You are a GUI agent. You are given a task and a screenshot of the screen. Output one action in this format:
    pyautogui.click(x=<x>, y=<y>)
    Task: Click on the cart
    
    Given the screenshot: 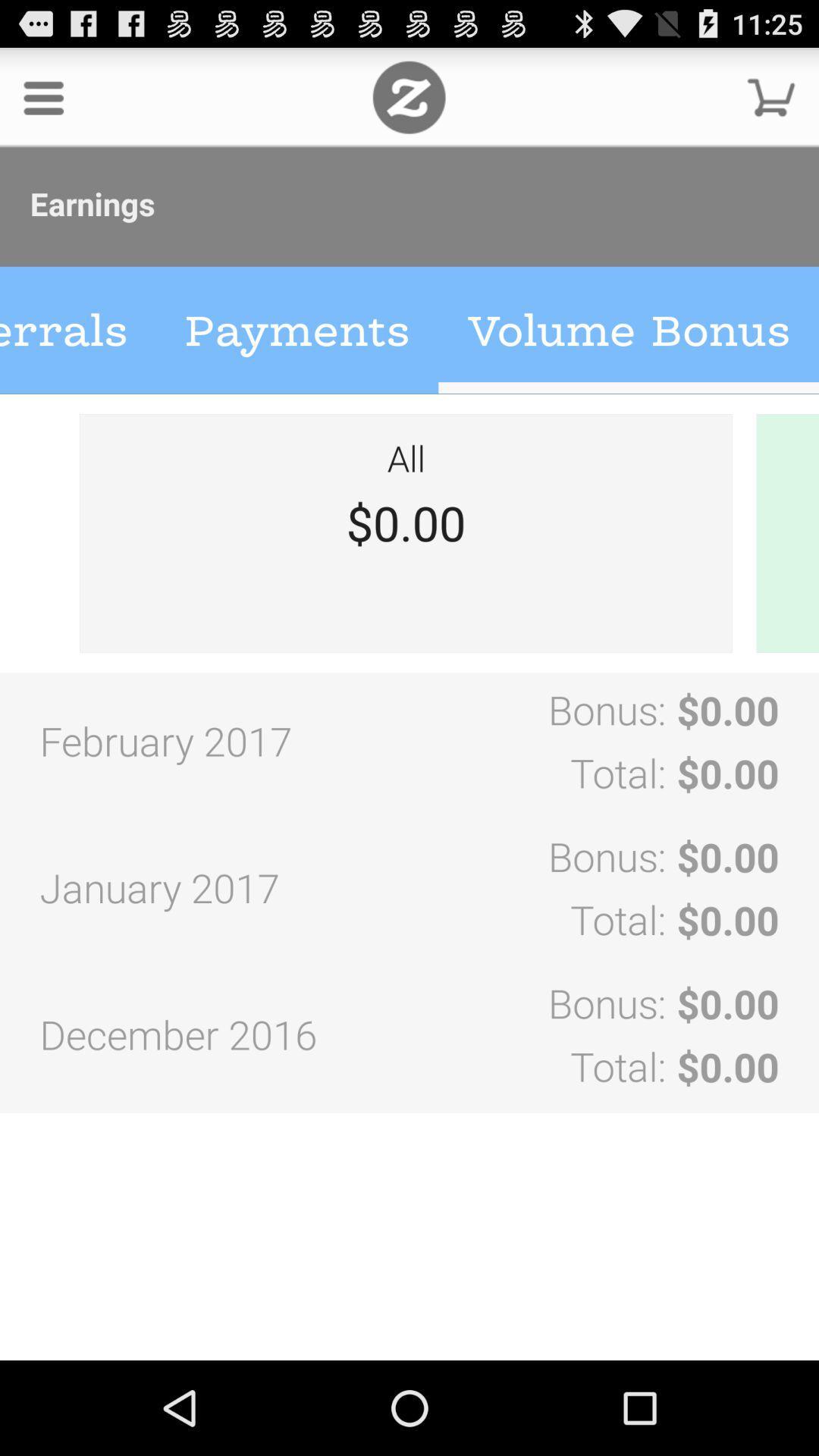 What is the action you would take?
    pyautogui.click(x=771, y=96)
    